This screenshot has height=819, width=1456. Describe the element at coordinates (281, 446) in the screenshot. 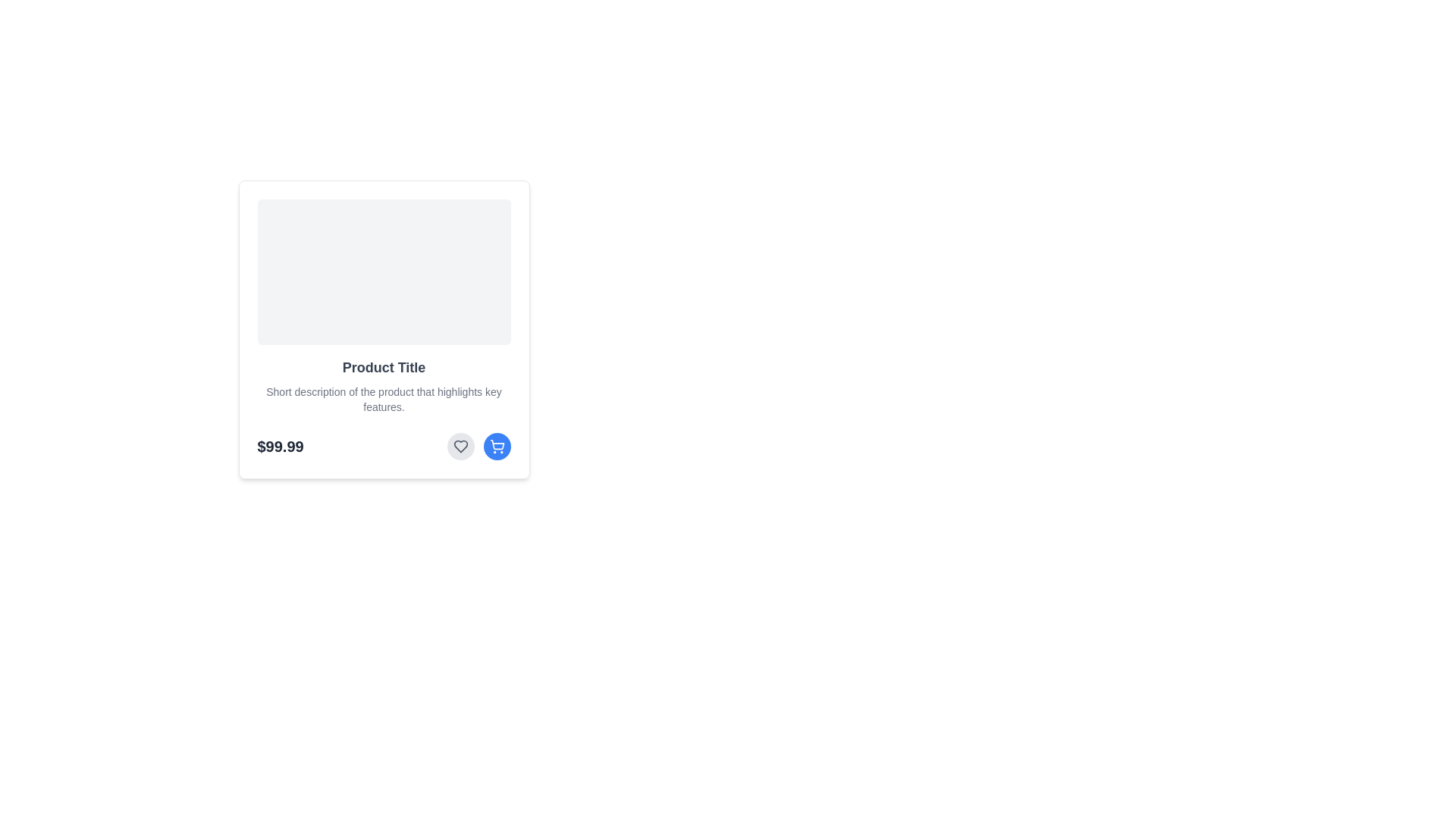

I see `the primary price display text '$99.99' located at the bottom-left part of the product card, directly beneath the product description` at that location.